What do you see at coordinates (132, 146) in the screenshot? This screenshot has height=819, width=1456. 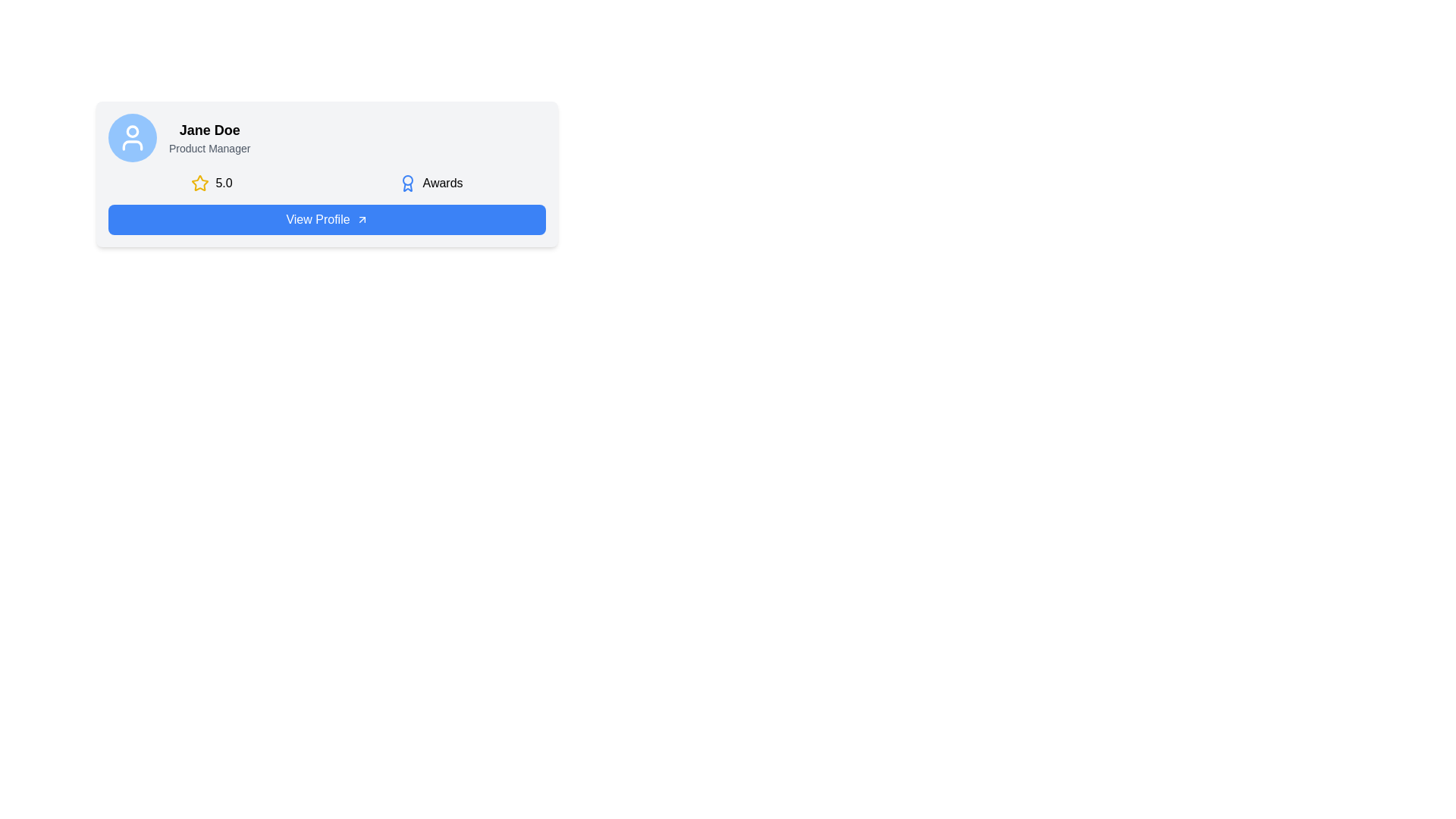 I see `the semi-circular icon component within the user avatar, which is outlined in white and located at the top left of the profile section` at bounding box center [132, 146].